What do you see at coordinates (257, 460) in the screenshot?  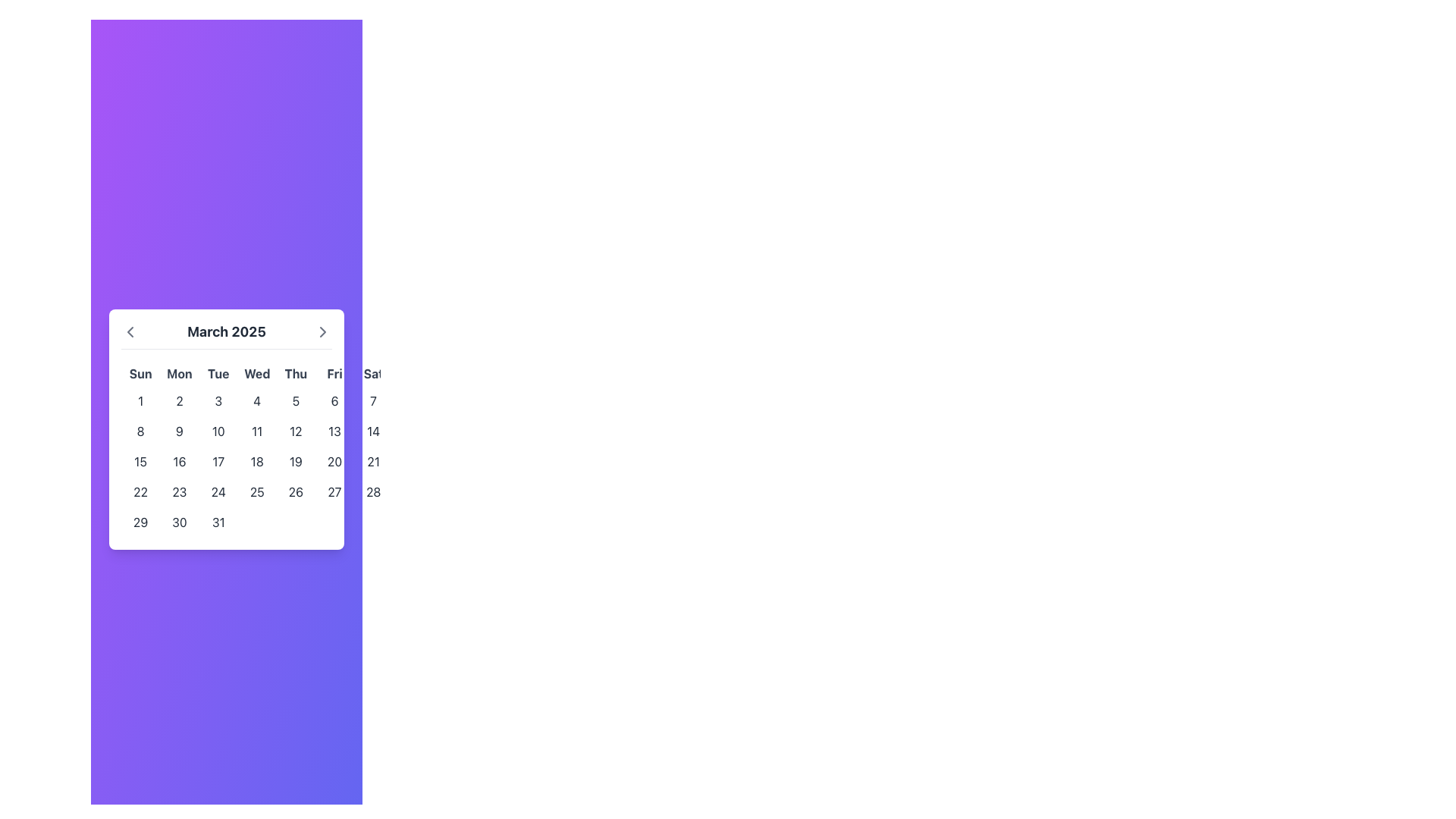 I see `the text element displaying the number '18', styled in gray on a white background, which is the fourth element` at bounding box center [257, 460].